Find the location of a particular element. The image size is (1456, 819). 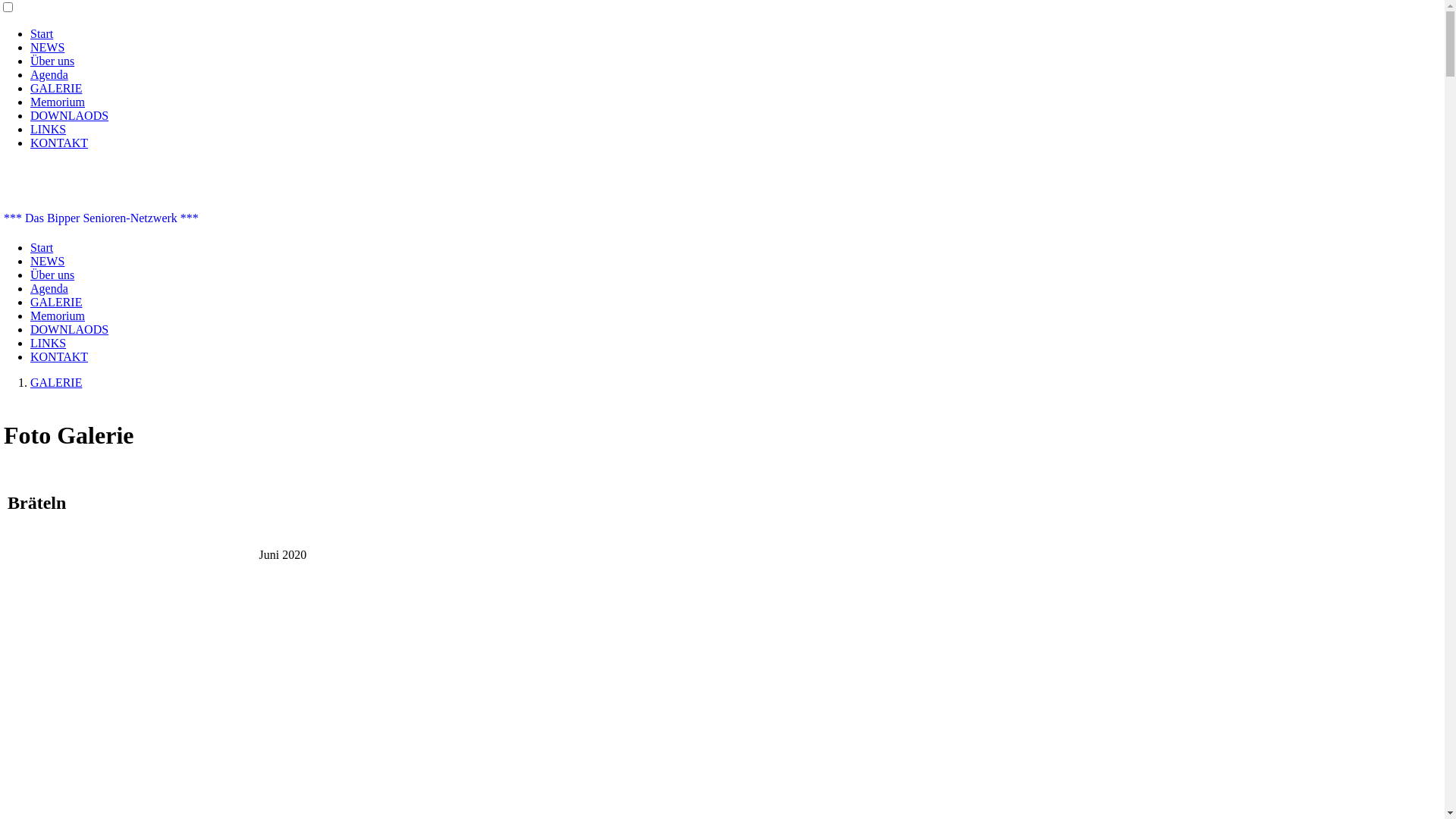

'Memorium' is located at coordinates (58, 315).